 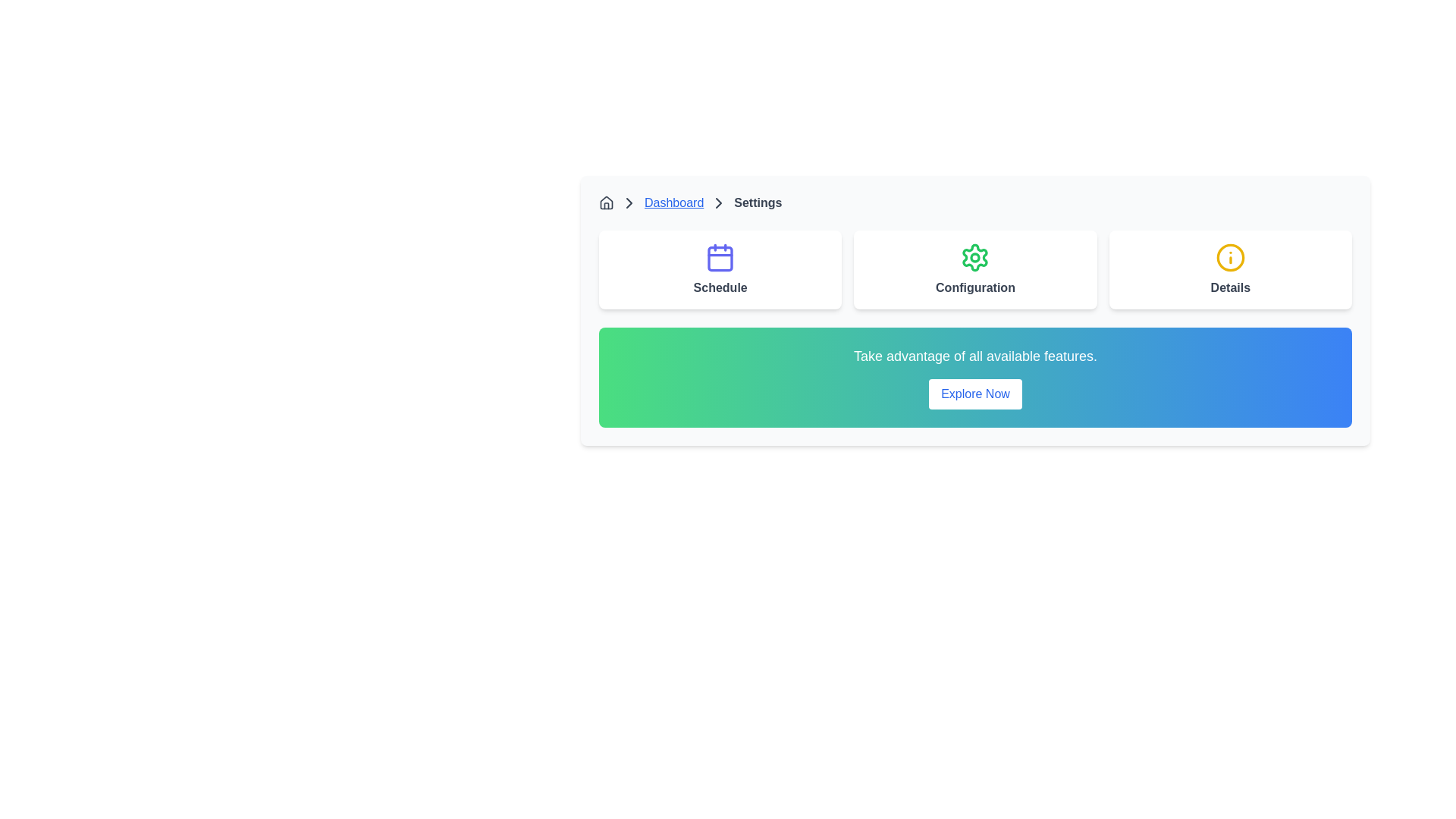 I want to click on the separator icon in the breadcrumb navigation between 'Dashboard' and 'Settings', so click(x=629, y=202).